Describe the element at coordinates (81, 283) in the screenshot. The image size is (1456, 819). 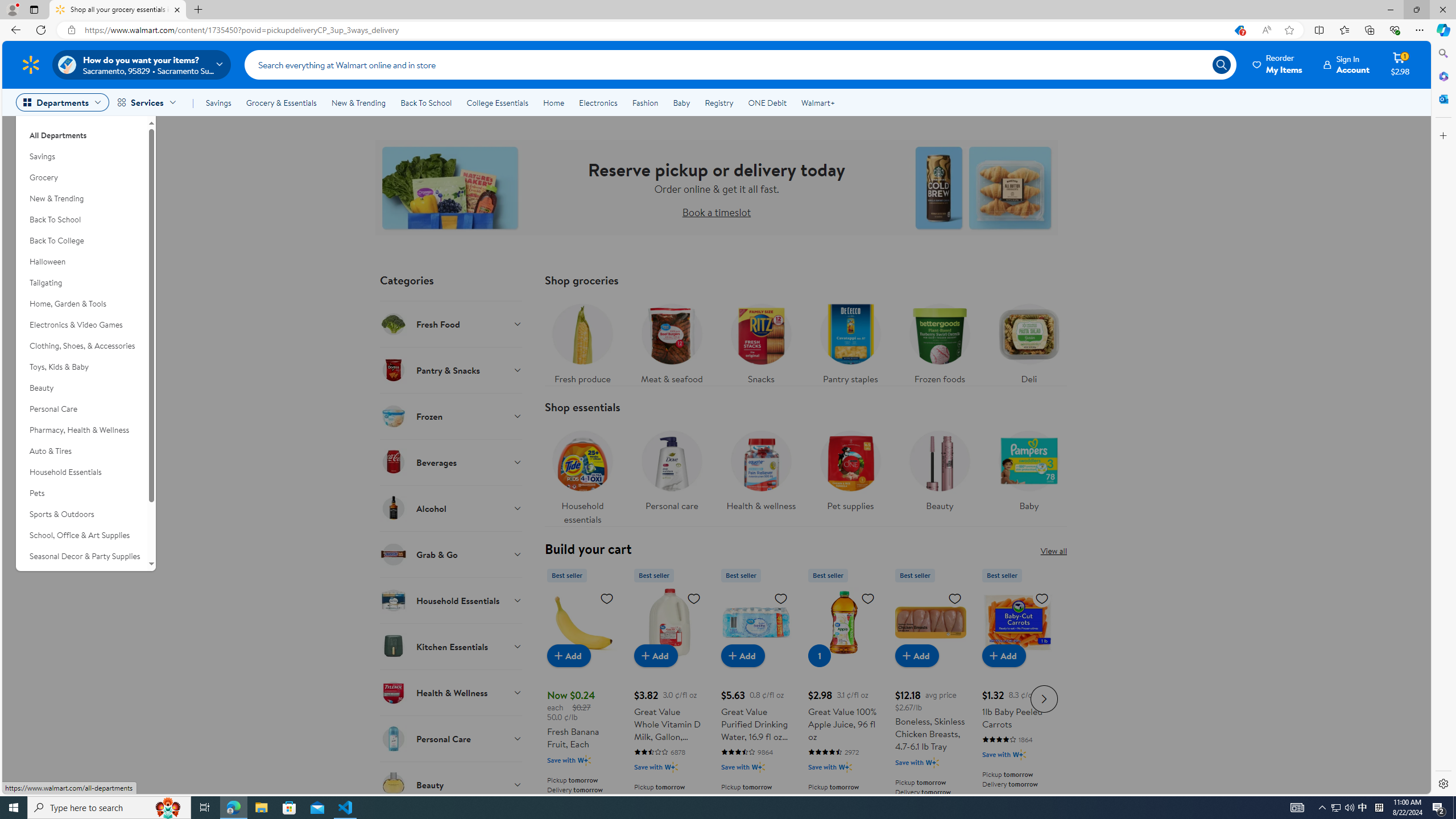
I see `'Tailgating'` at that location.